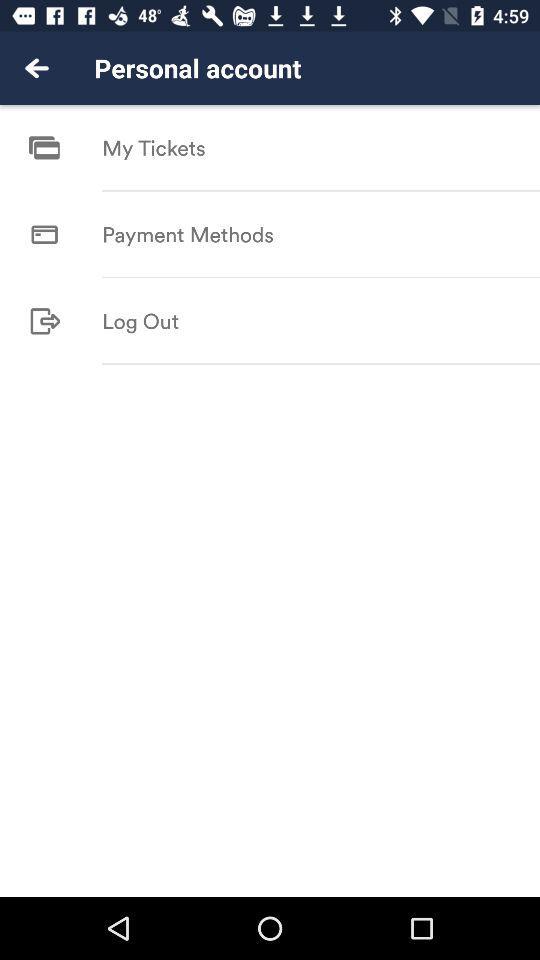 This screenshot has width=540, height=960. What do you see at coordinates (152, 147) in the screenshot?
I see `my tickets` at bounding box center [152, 147].